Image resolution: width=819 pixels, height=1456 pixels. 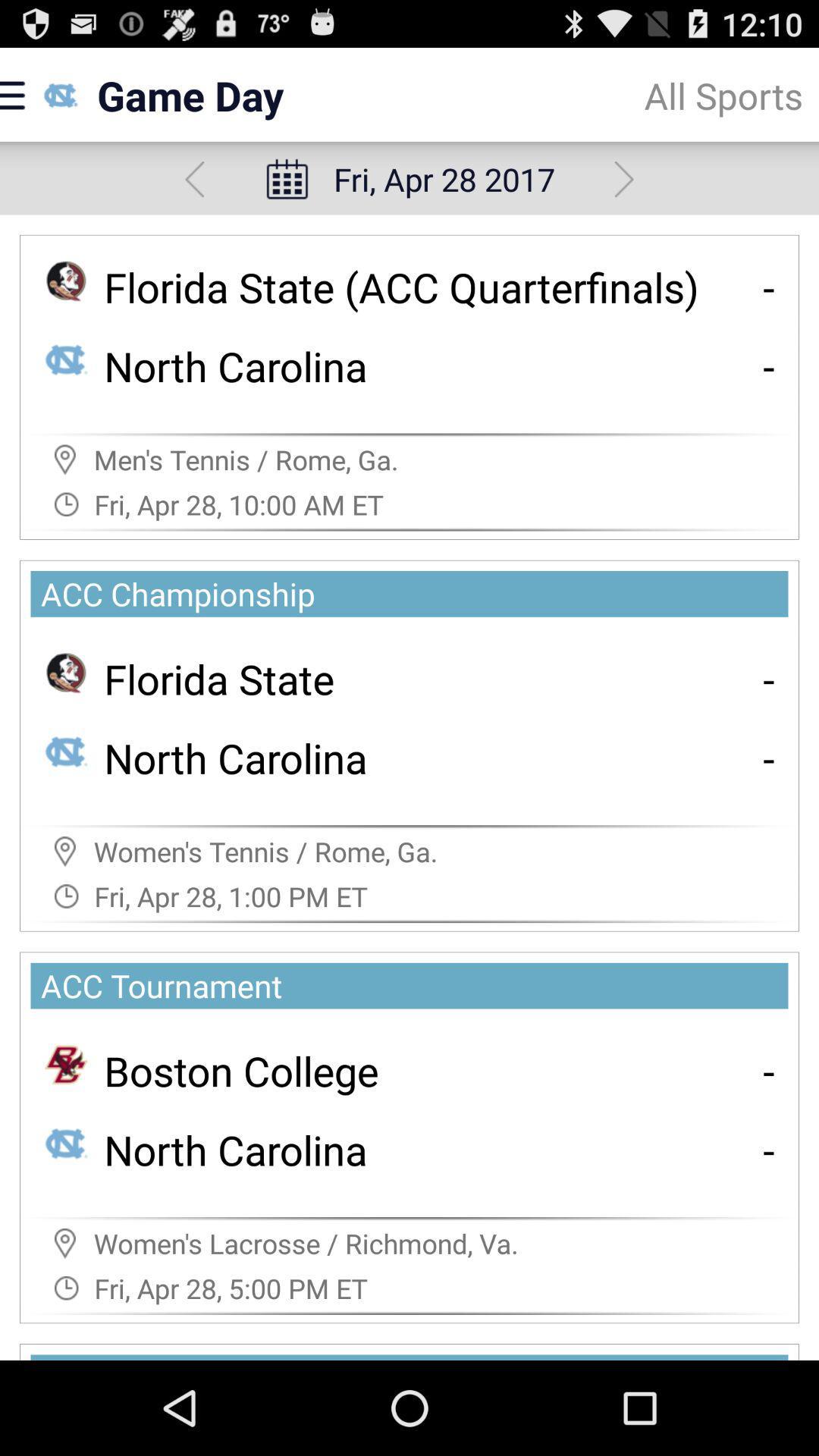 I want to click on the arrow_forward icon, so click(x=624, y=190).